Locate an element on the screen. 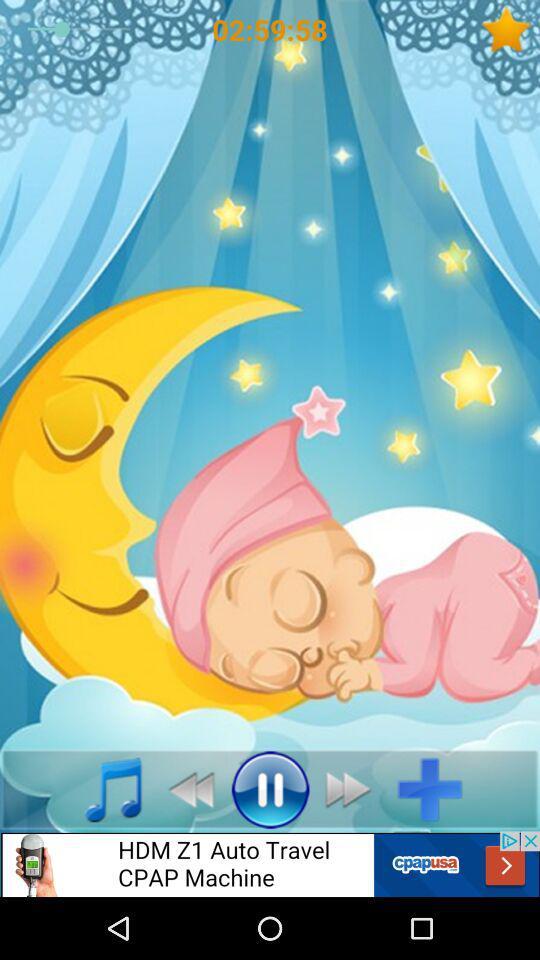  favorites is located at coordinates (510, 28).